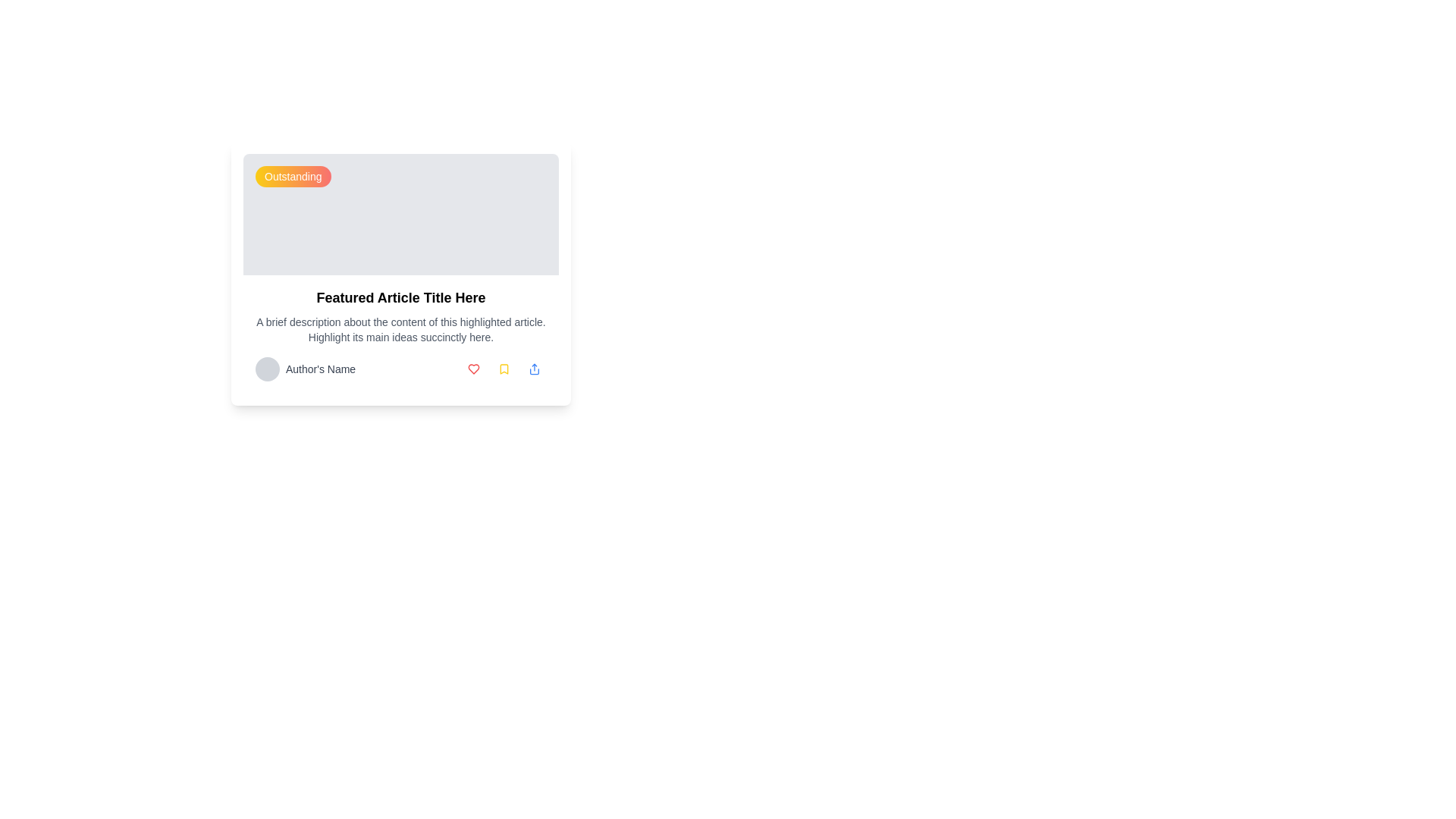 Image resolution: width=1456 pixels, height=819 pixels. Describe the element at coordinates (504, 369) in the screenshot. I see `the bookmark button, which is the second button in a sequence of three below the feature article description` at that location.